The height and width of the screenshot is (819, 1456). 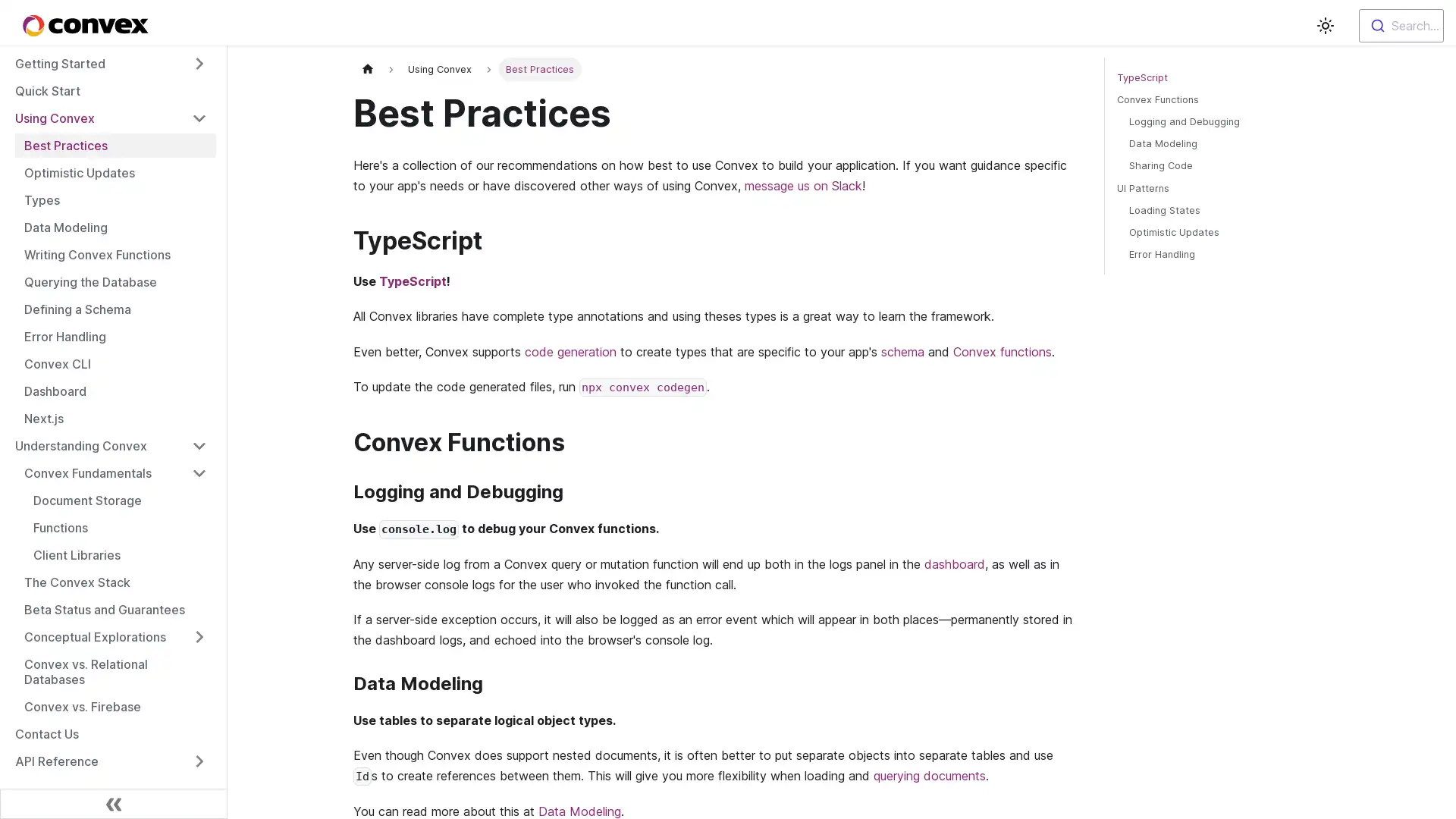 What do you see at coordinates (1324, 26) in the screenshot?
I see `Switch between dark and light mode (currently light mode)` at bounding box center [1324, 26].